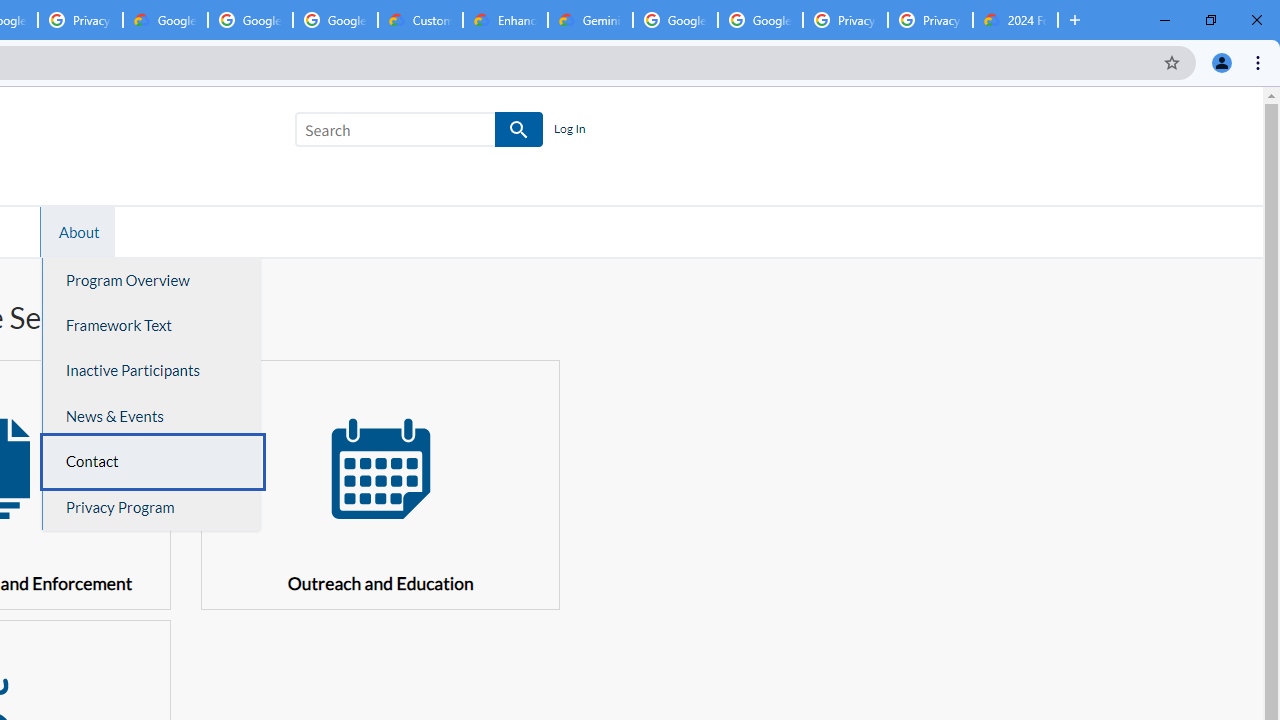 This screenshot has width=1280, height=720. Describe the element at coordinates (79, 230) in the screenshot. I see `'About'` at that location.